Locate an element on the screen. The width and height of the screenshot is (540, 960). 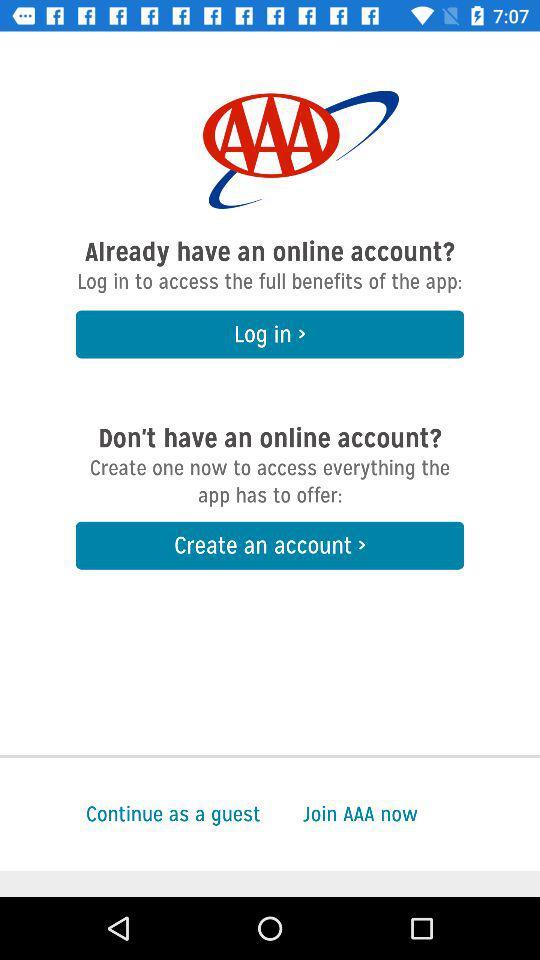
continue as a is located at coordinates (130, 814).